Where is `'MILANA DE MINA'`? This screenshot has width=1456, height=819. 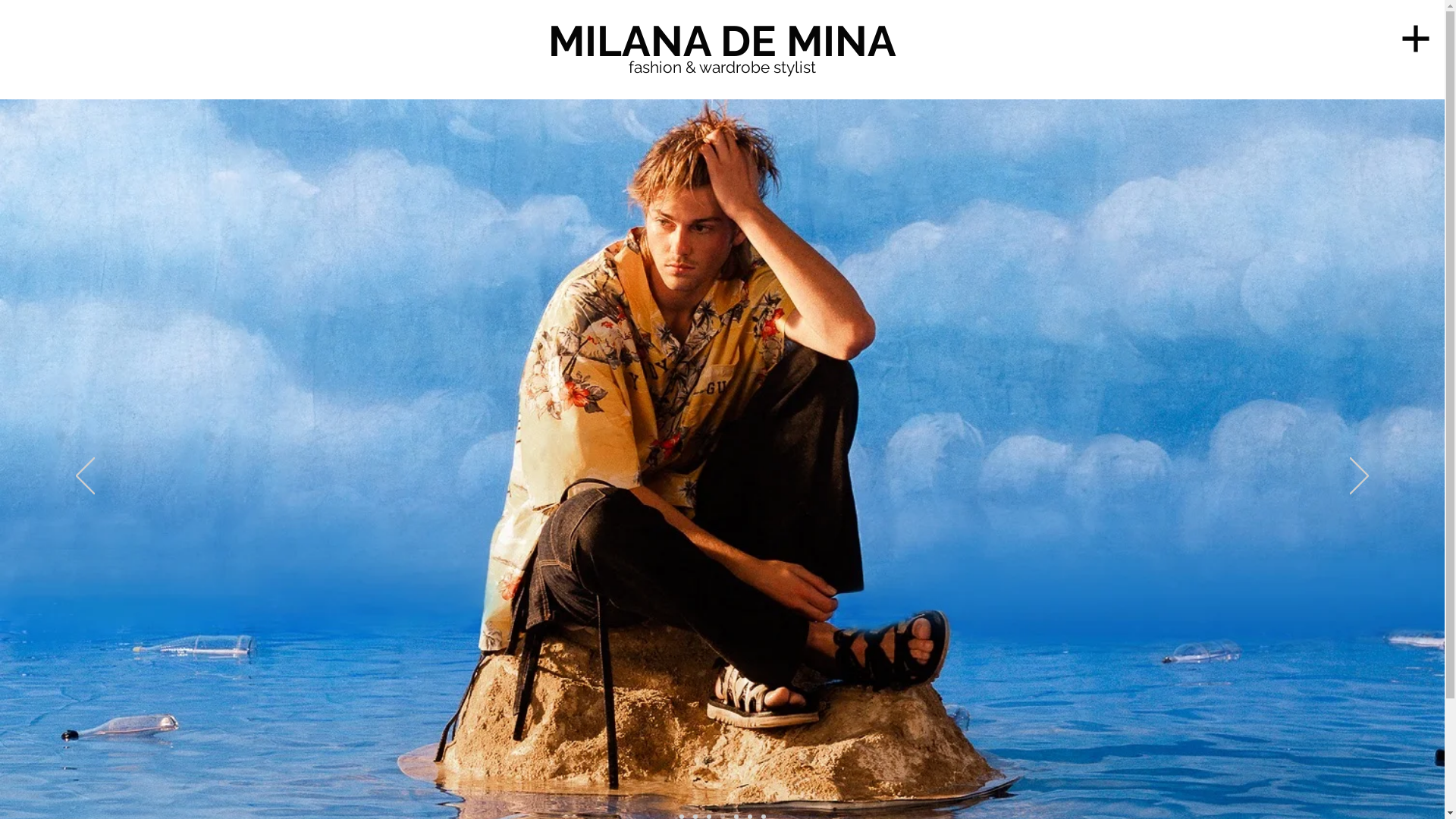
'MILANA DE MINA' is located at coordinates (720, 40).